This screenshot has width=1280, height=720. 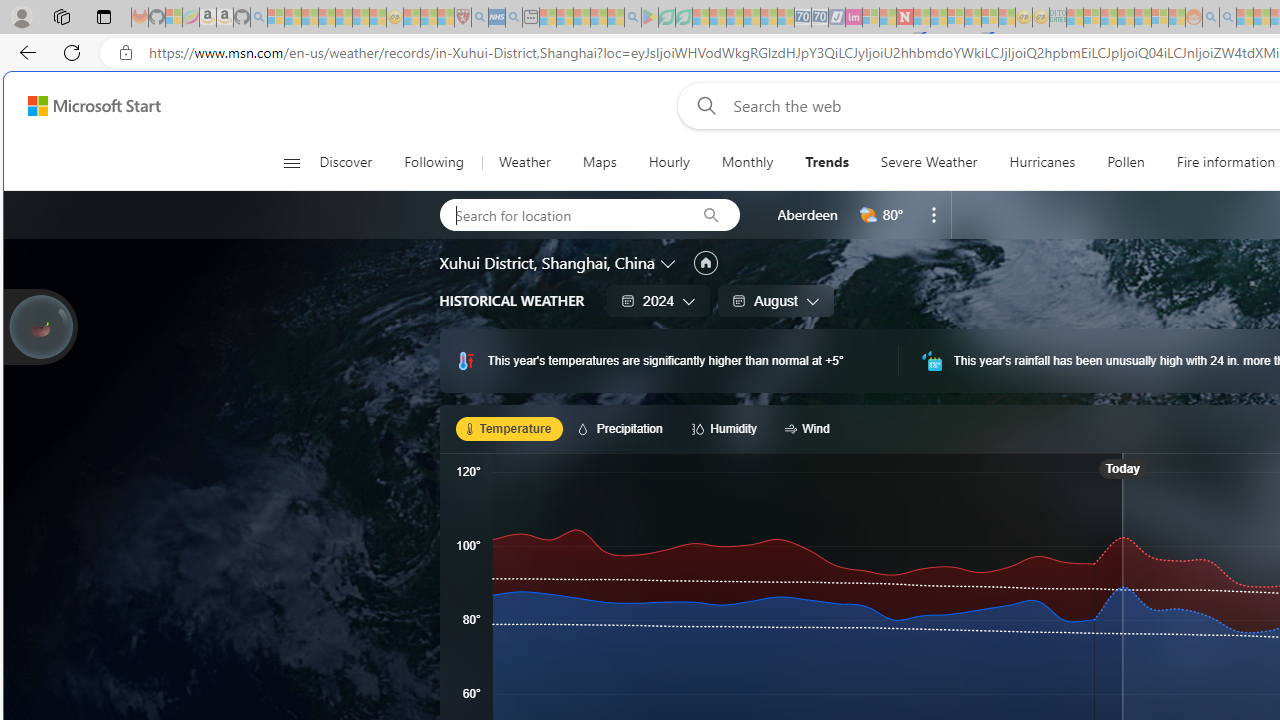 I want to click on 'Join us in planting real trees to help our planet!', so click(x=40, y=326).